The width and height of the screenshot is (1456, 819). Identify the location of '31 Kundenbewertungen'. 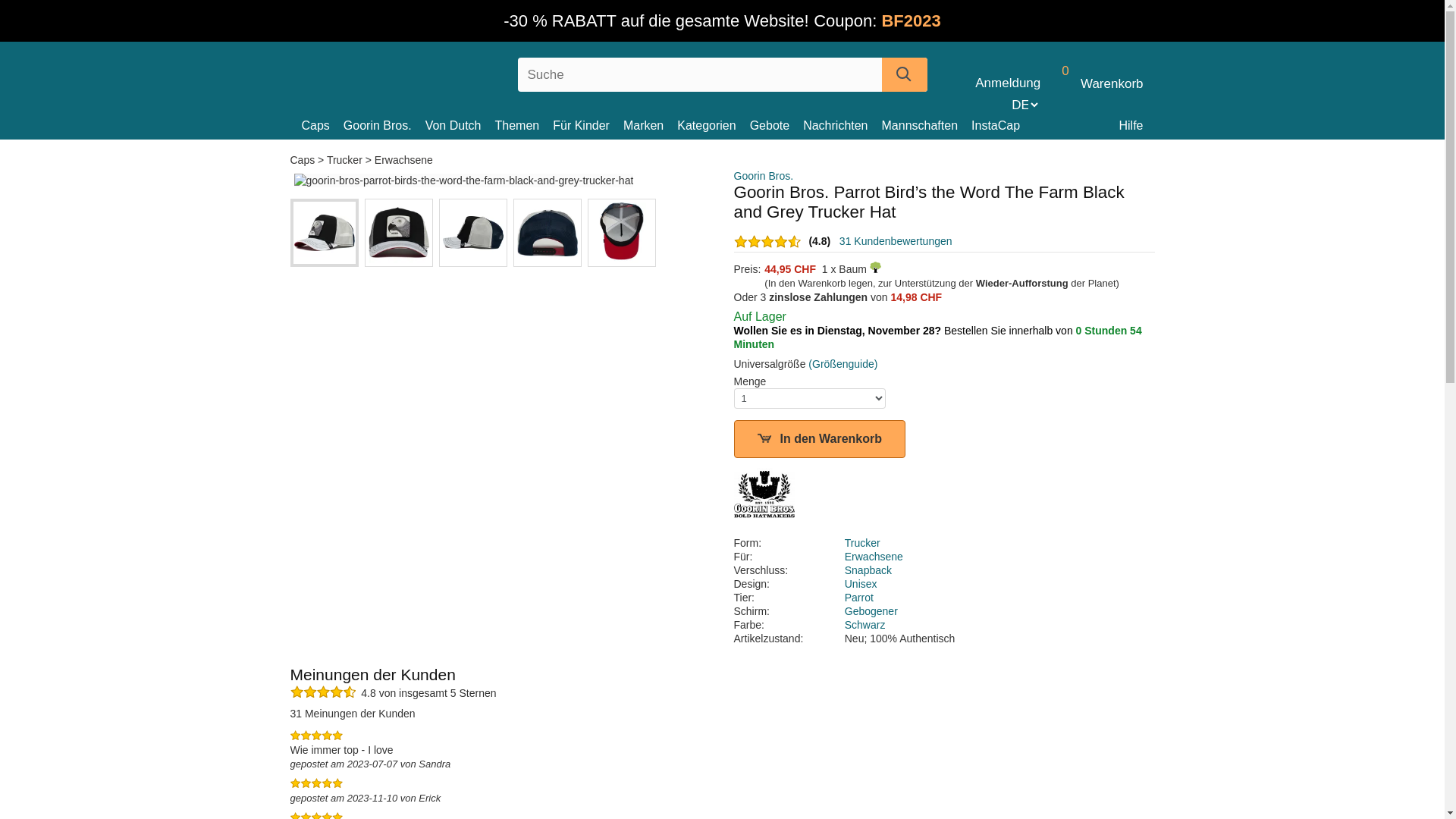
(896, 240).